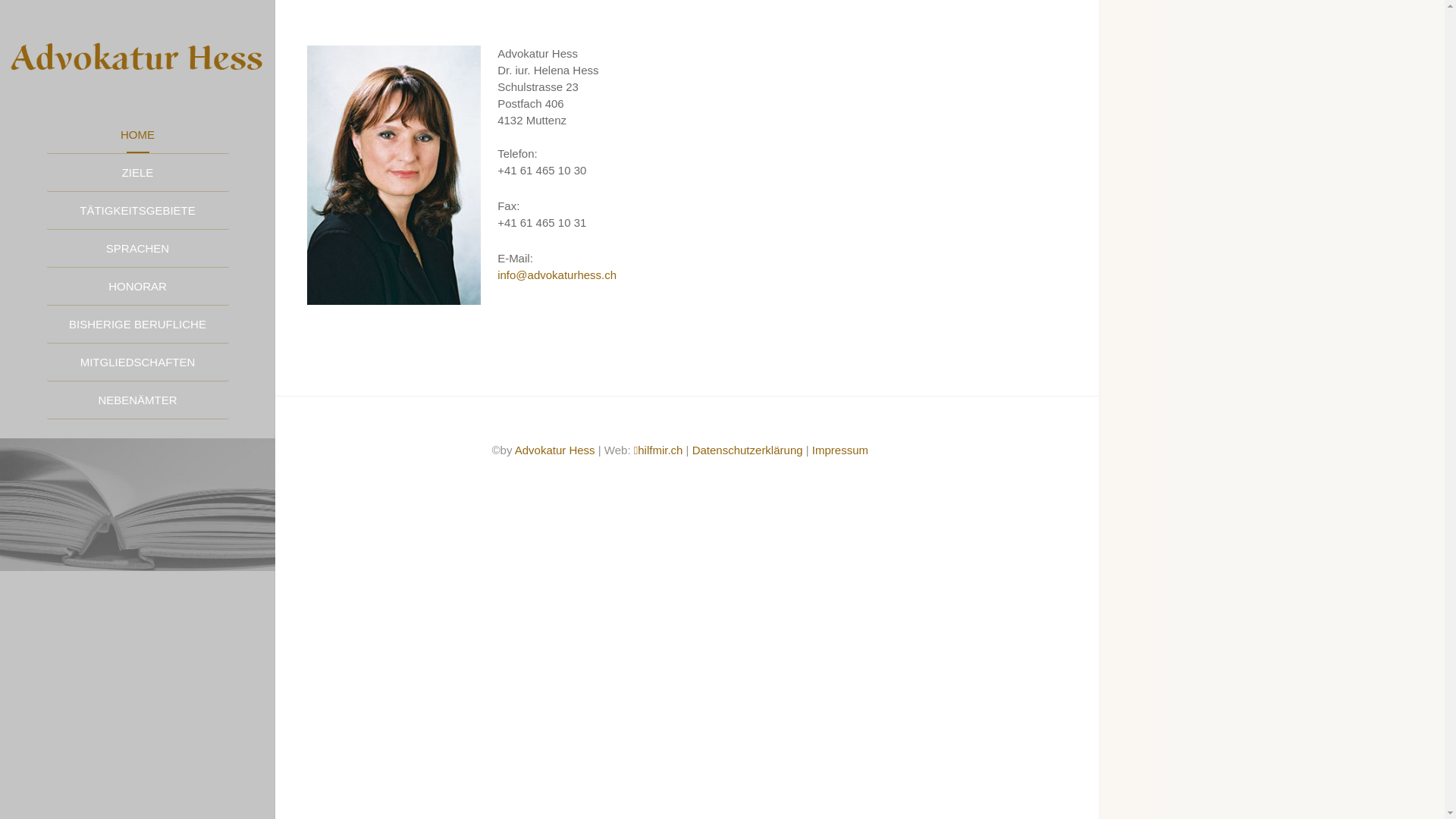 This screenshot has width=1456, height=819. What do you see at coordinates (138, 362) in the screenshot?
I see `'MITGLIEDSCHAFTEN'` at bounding box center [138, 362].